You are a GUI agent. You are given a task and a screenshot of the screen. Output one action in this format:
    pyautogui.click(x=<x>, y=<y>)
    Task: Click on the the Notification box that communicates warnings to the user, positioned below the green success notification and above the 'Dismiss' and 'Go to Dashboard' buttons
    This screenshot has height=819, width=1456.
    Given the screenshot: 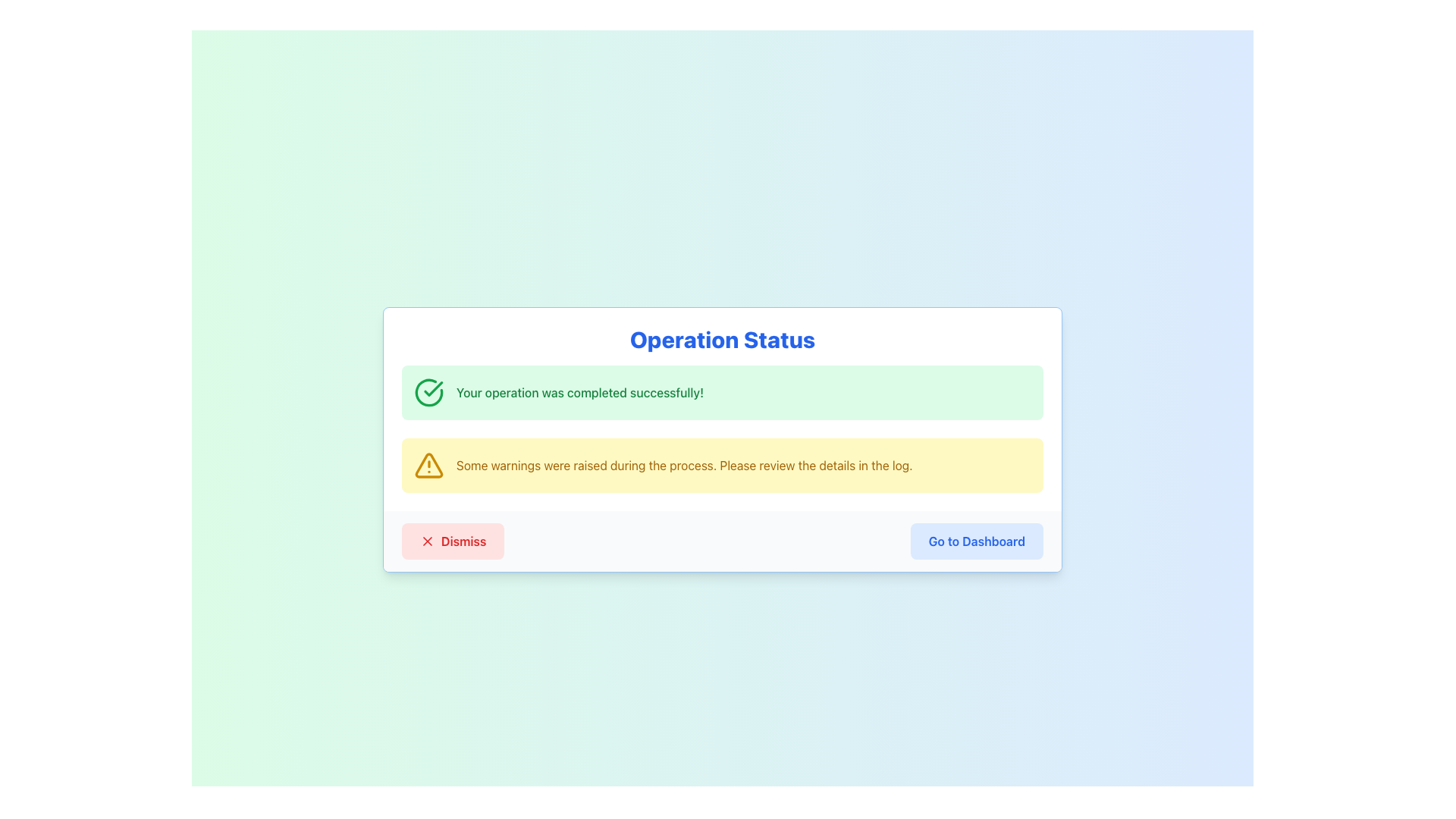 What is the action you would take?
    pyautogui.click(x=722, y=464)
    